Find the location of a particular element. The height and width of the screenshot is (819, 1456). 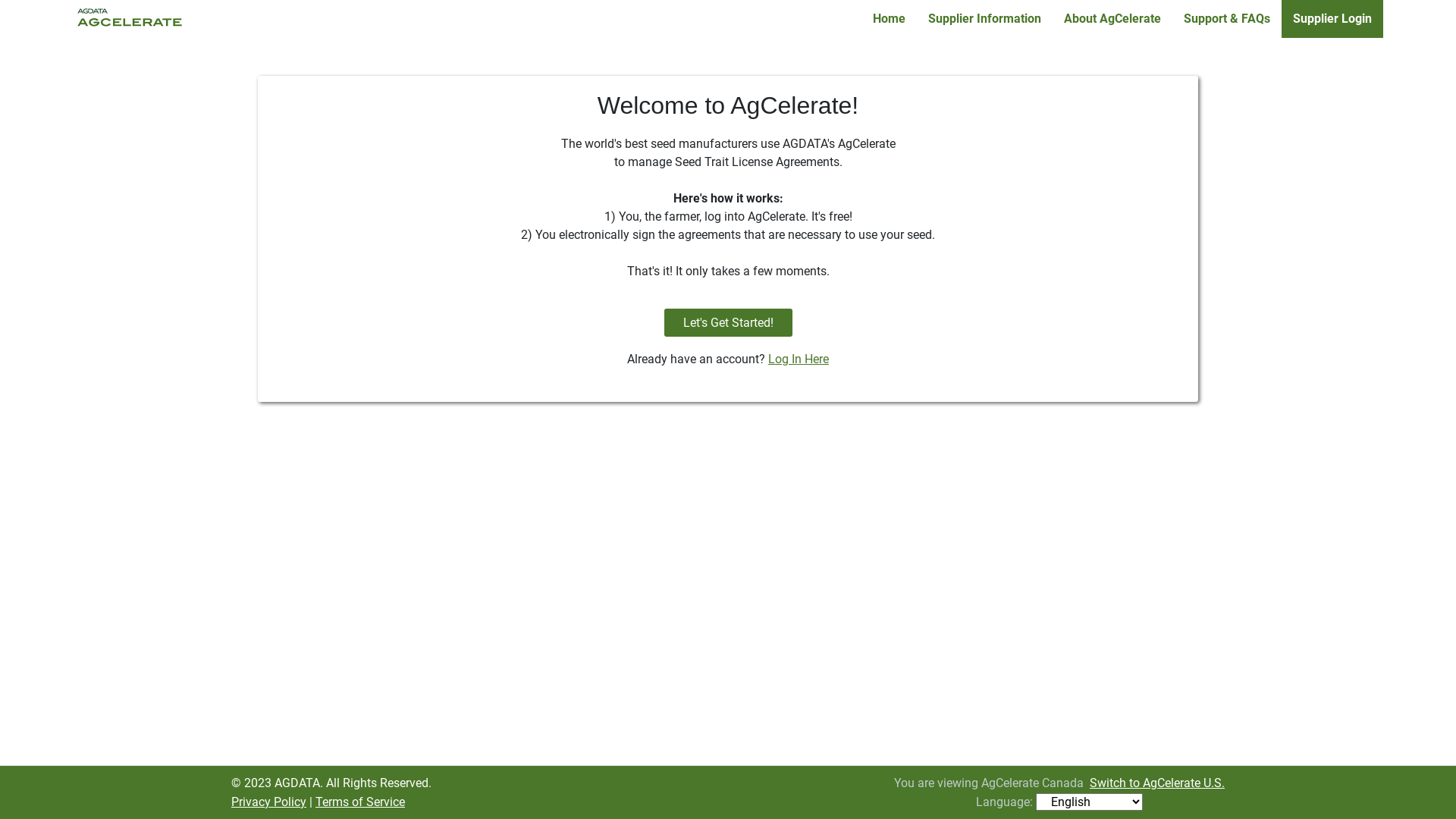

'Terms of Service' is located at coordinates (359, 801).